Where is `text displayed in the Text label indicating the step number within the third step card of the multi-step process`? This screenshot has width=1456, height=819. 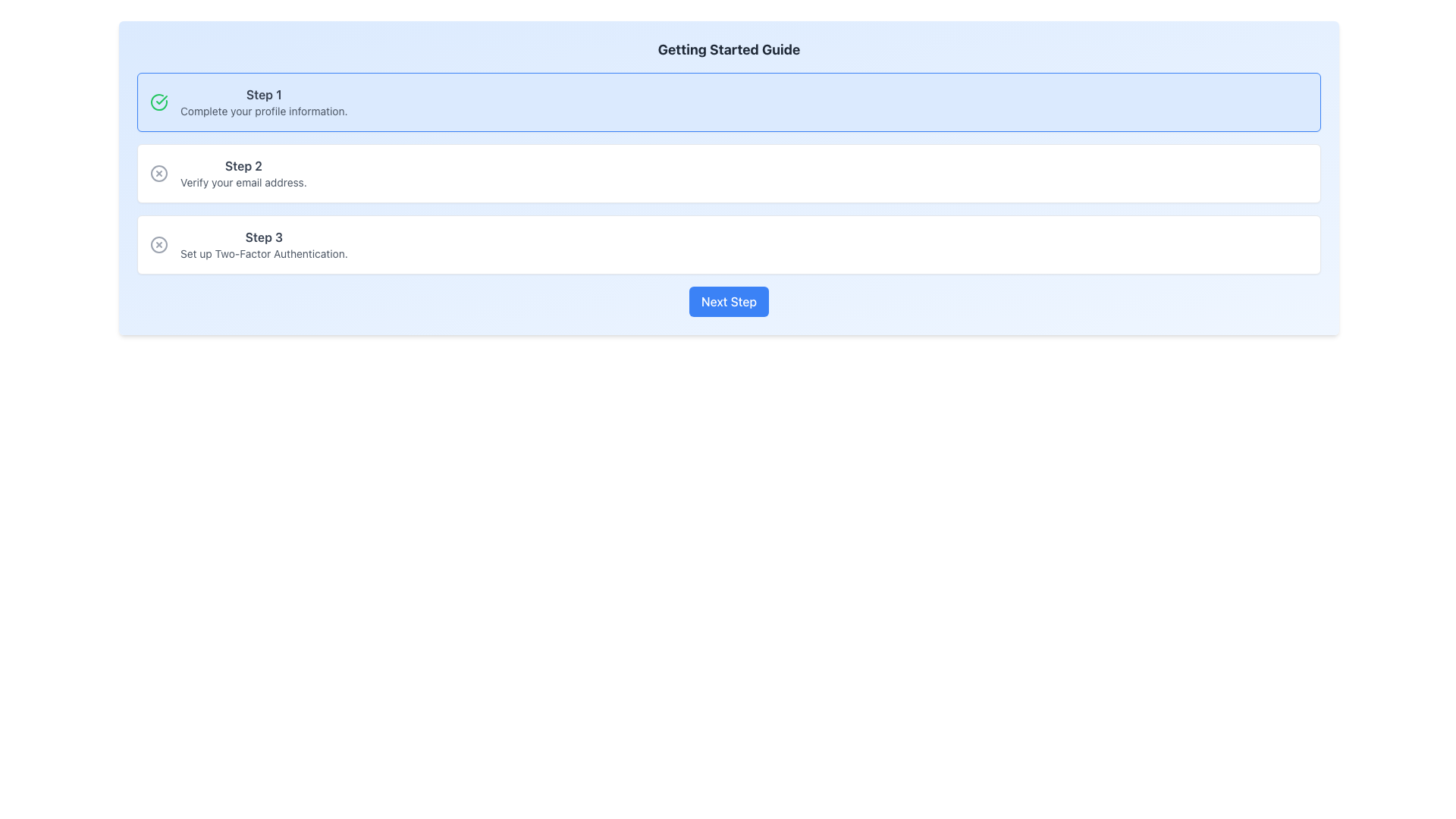
text displayed in the Text label indicating the step number within the third step card of the multi-step process is located at coordinates (264, 237).